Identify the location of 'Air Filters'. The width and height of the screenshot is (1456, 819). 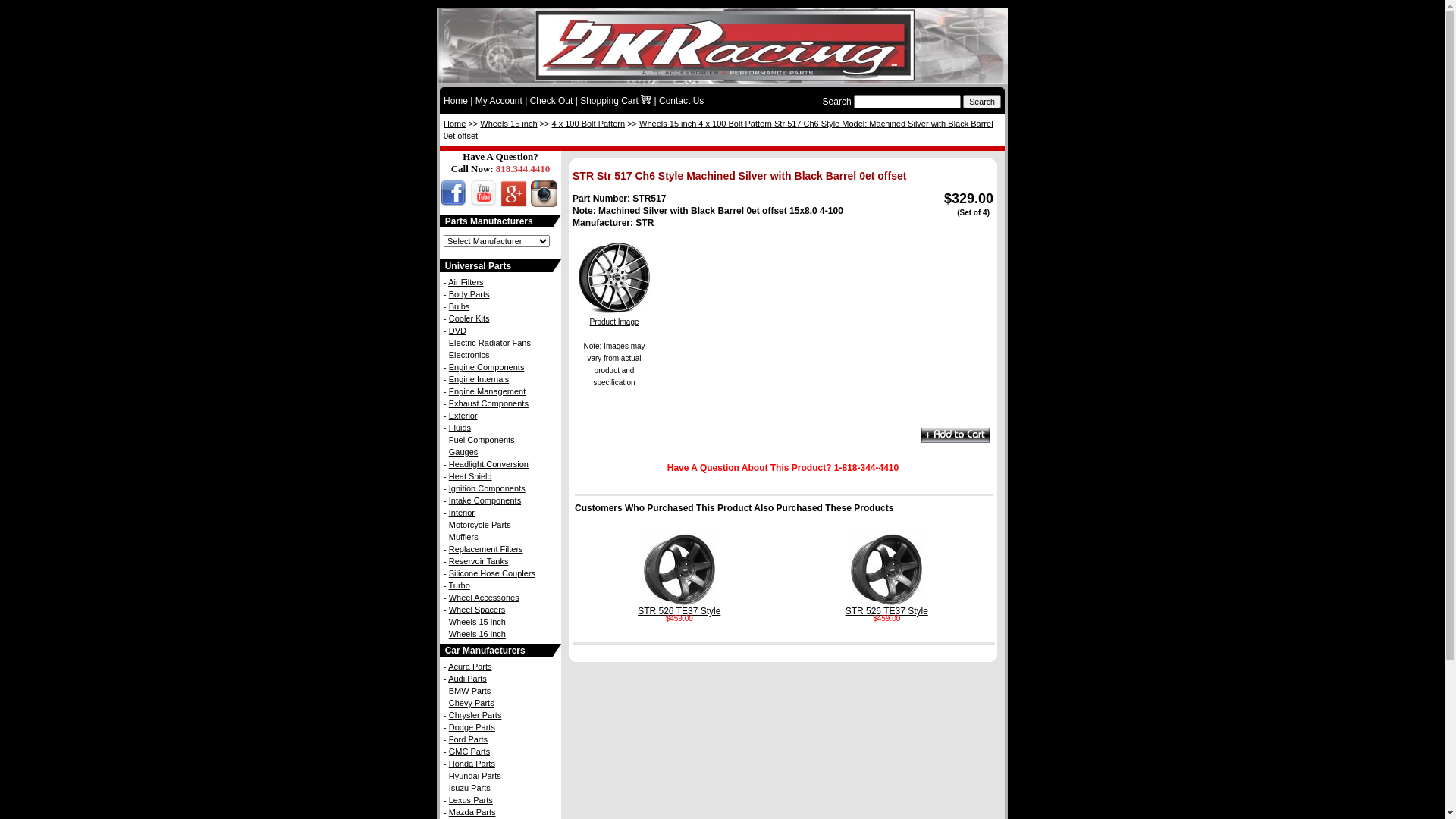
(447, 281).